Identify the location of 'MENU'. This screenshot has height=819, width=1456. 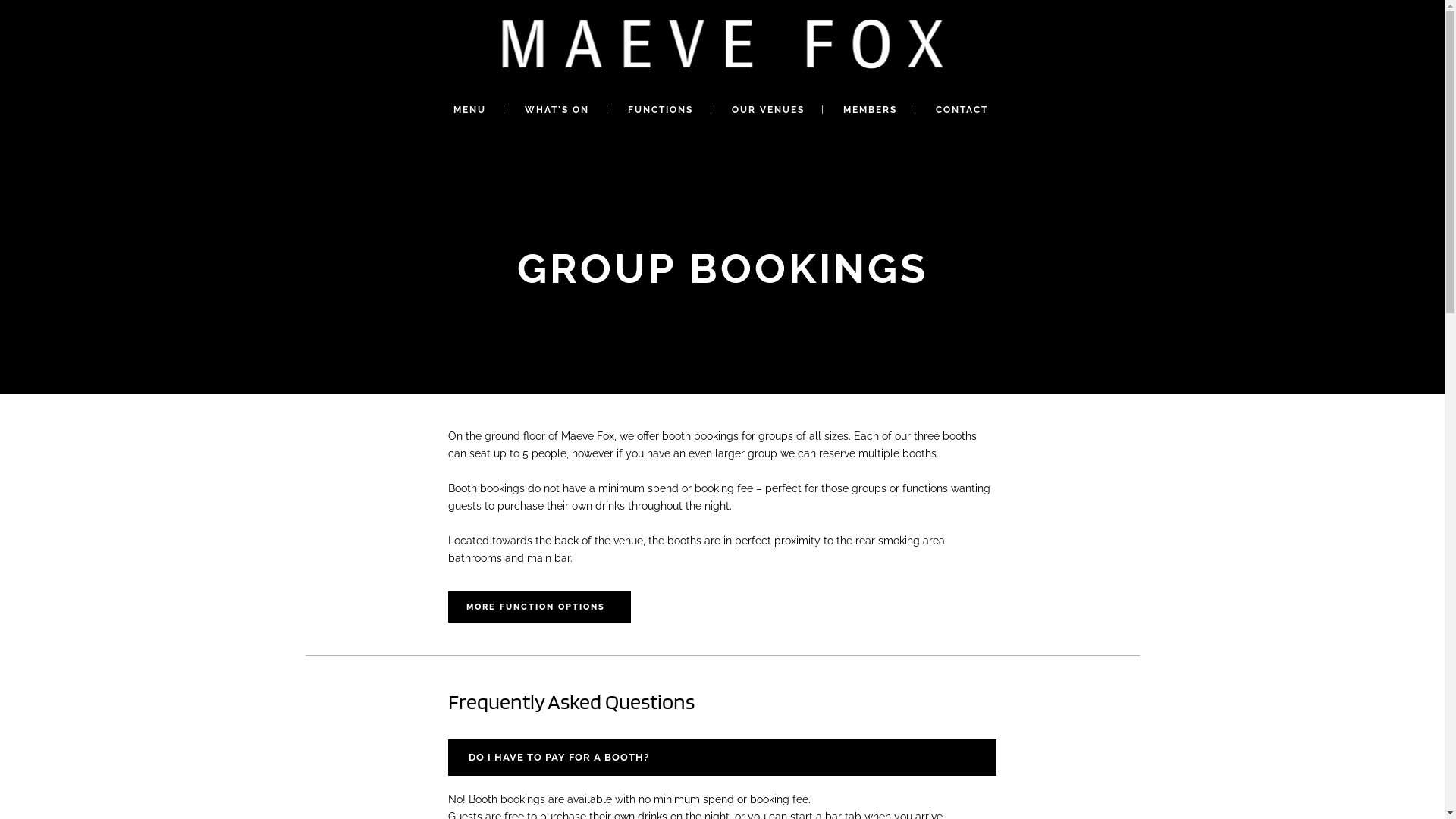
(469, 109).